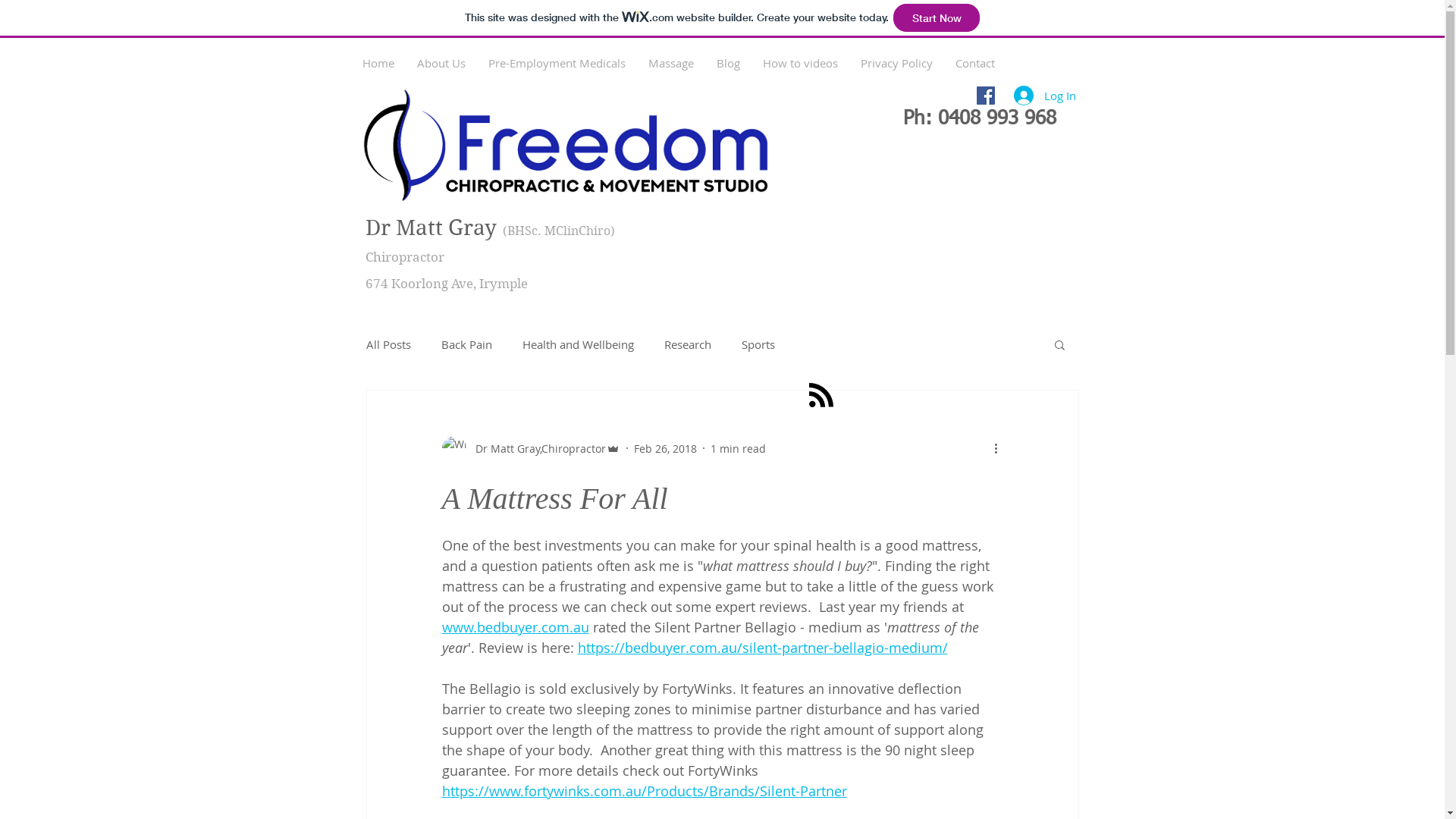  I want to click on 'Pre-Employment Medicals', so click(555, 62).